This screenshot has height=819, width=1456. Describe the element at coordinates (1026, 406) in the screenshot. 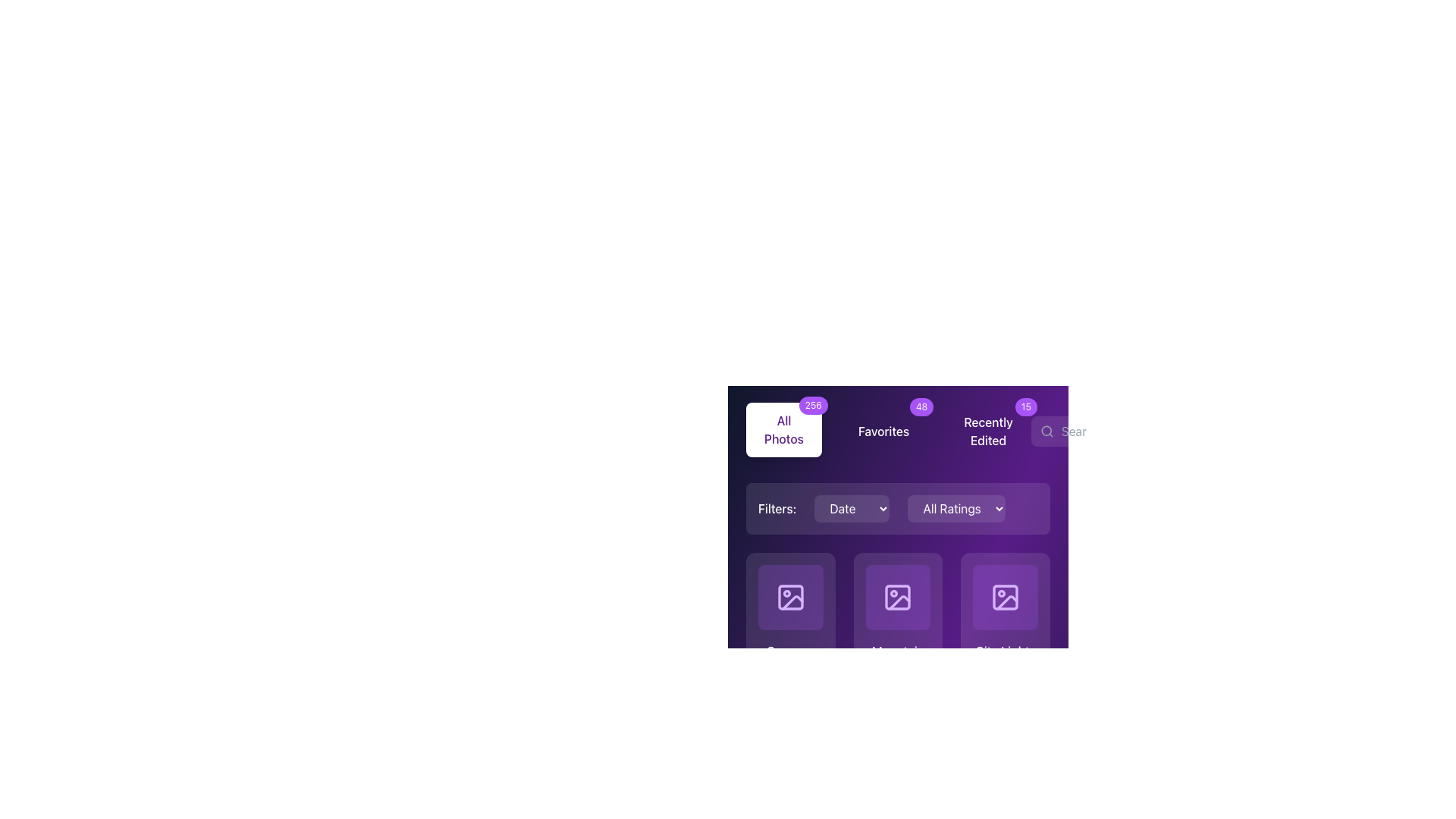

I see `the content of the Notification badge with a purple background displaying the number '15', located in the top-right corner of the 'Recently Edited' section` at that location.